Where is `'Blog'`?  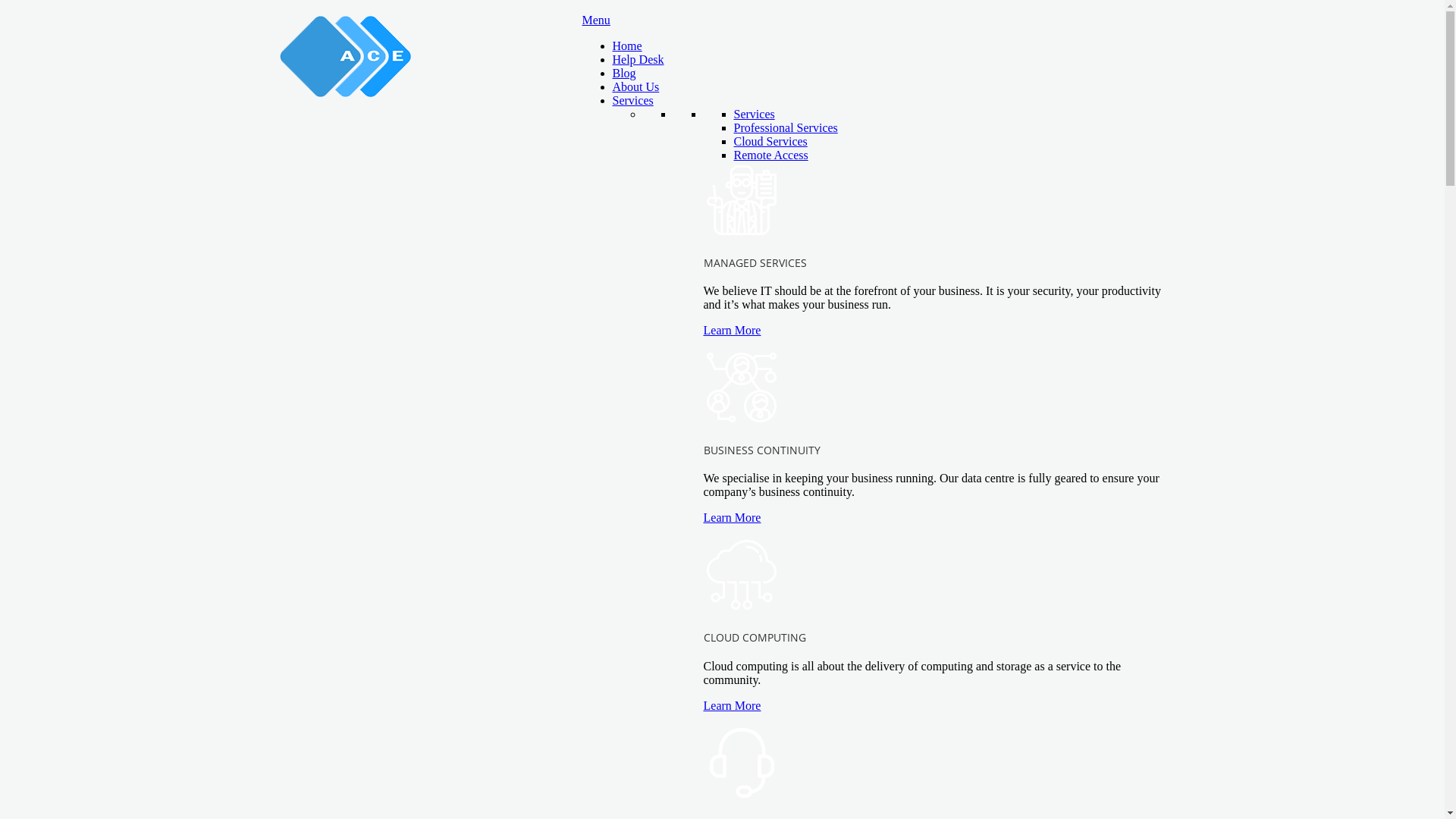 'Blog' is located at coordinates (624, 73).